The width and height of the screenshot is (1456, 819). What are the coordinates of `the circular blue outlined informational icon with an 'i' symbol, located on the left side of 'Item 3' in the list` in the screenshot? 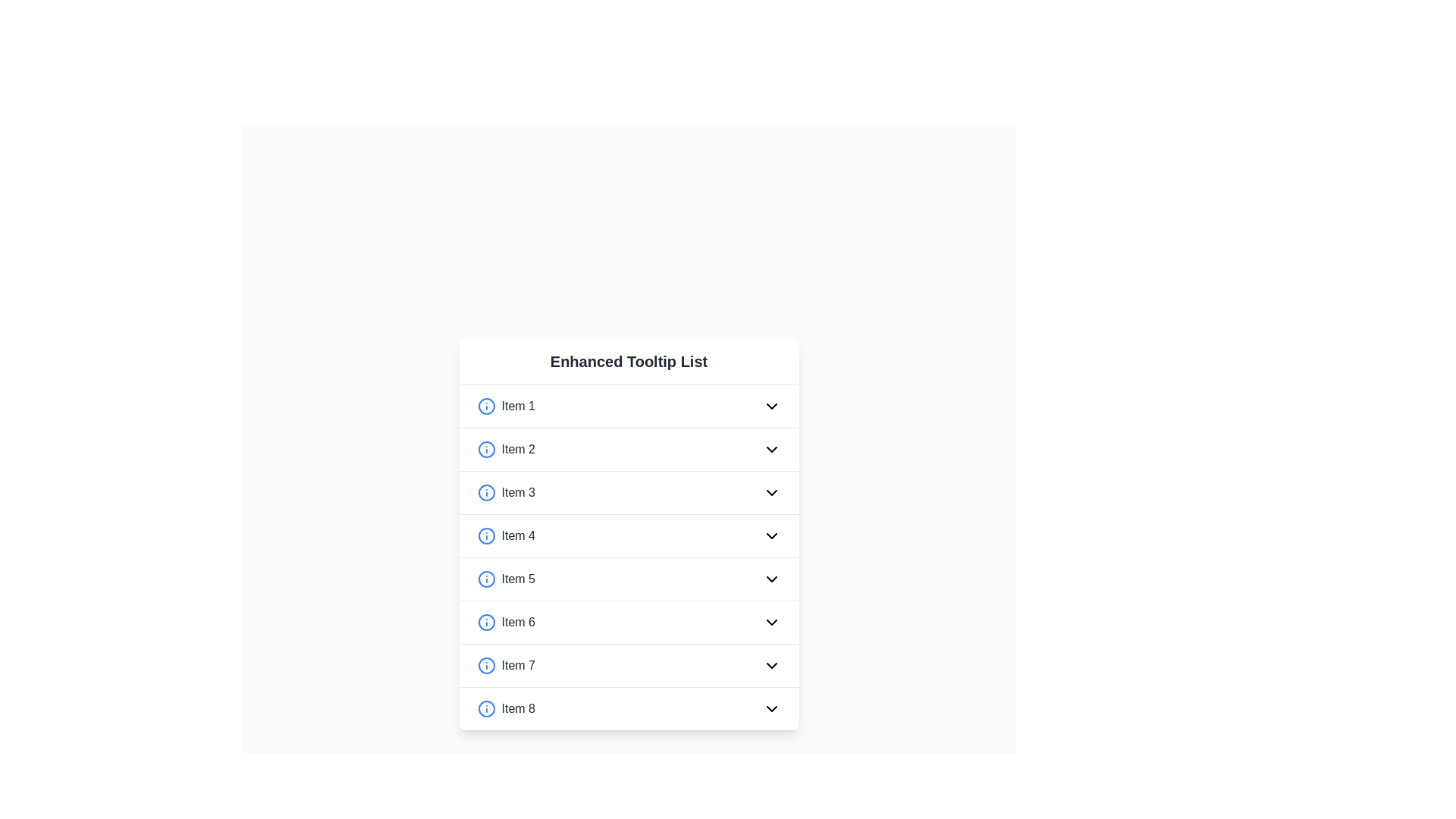 It's located at (486, 493).